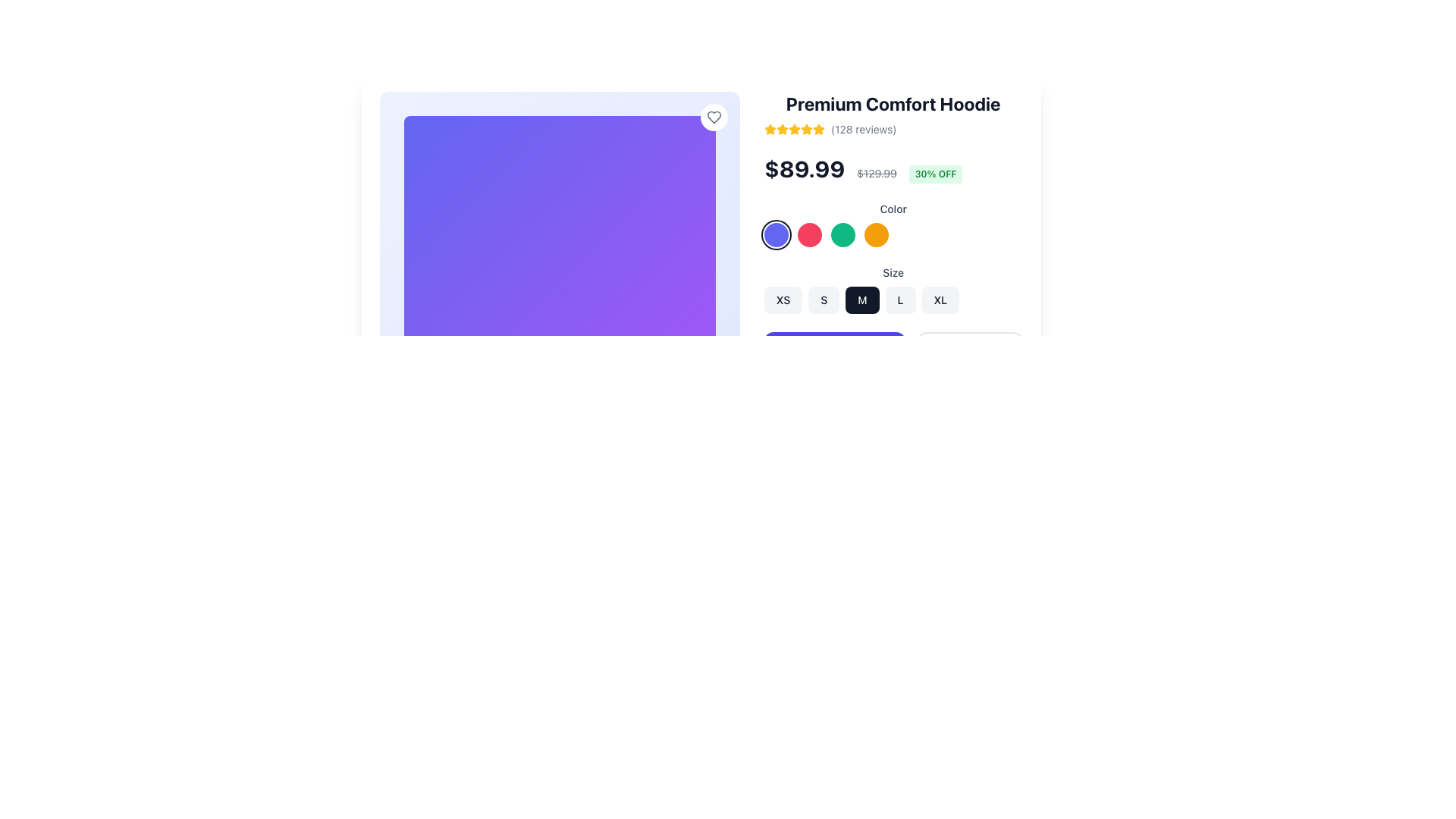  Describe the element at coordinates (877, 172) in the screenshot. I see `the Text label that represents the original price of the item, which is positioned between the current price '$89.99' on the left and the discount label '30% OFF' on the right` at that location.